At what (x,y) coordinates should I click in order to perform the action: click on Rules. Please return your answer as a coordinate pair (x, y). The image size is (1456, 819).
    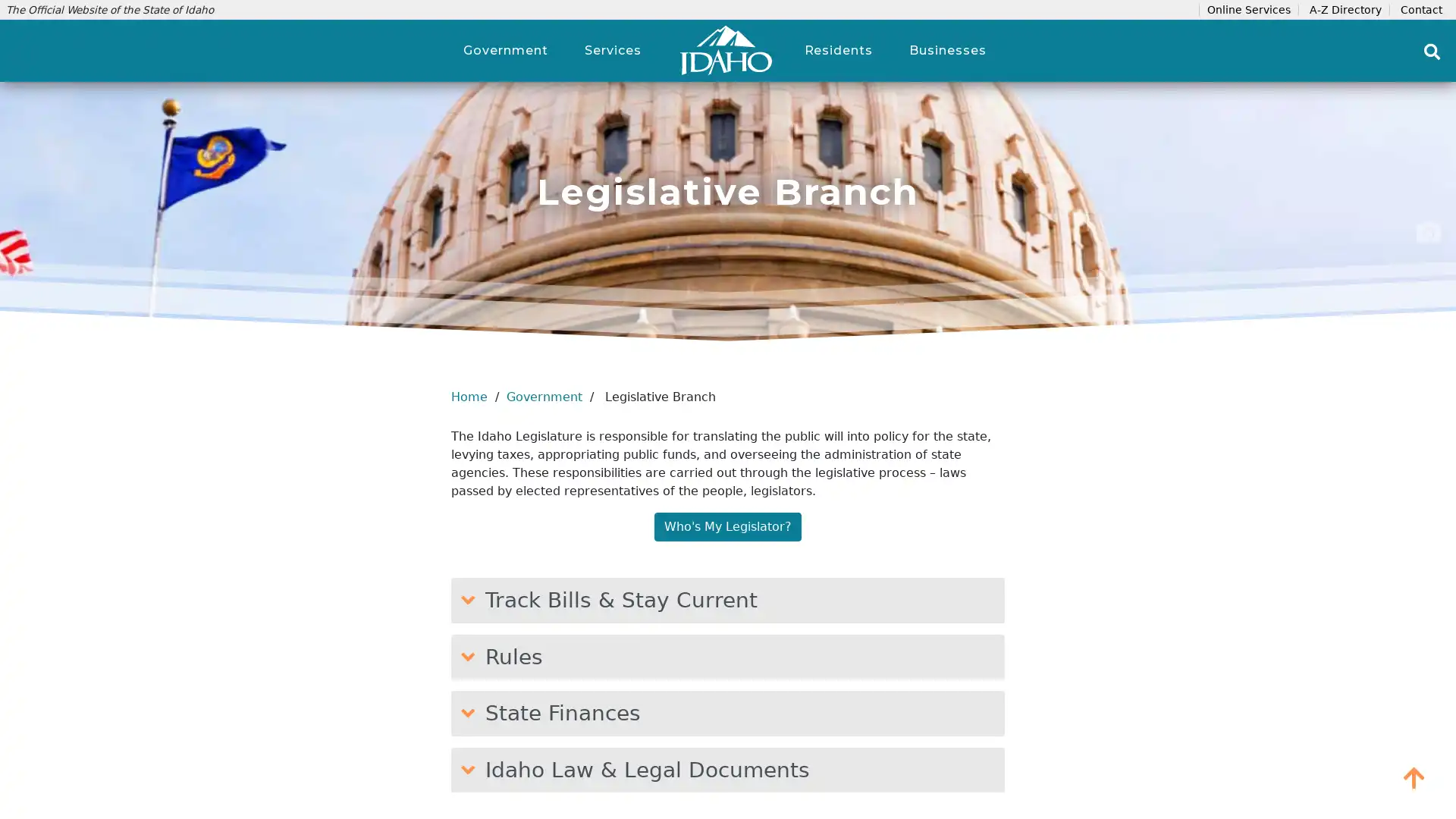
    Looking at the image, I should click on (728, 656).